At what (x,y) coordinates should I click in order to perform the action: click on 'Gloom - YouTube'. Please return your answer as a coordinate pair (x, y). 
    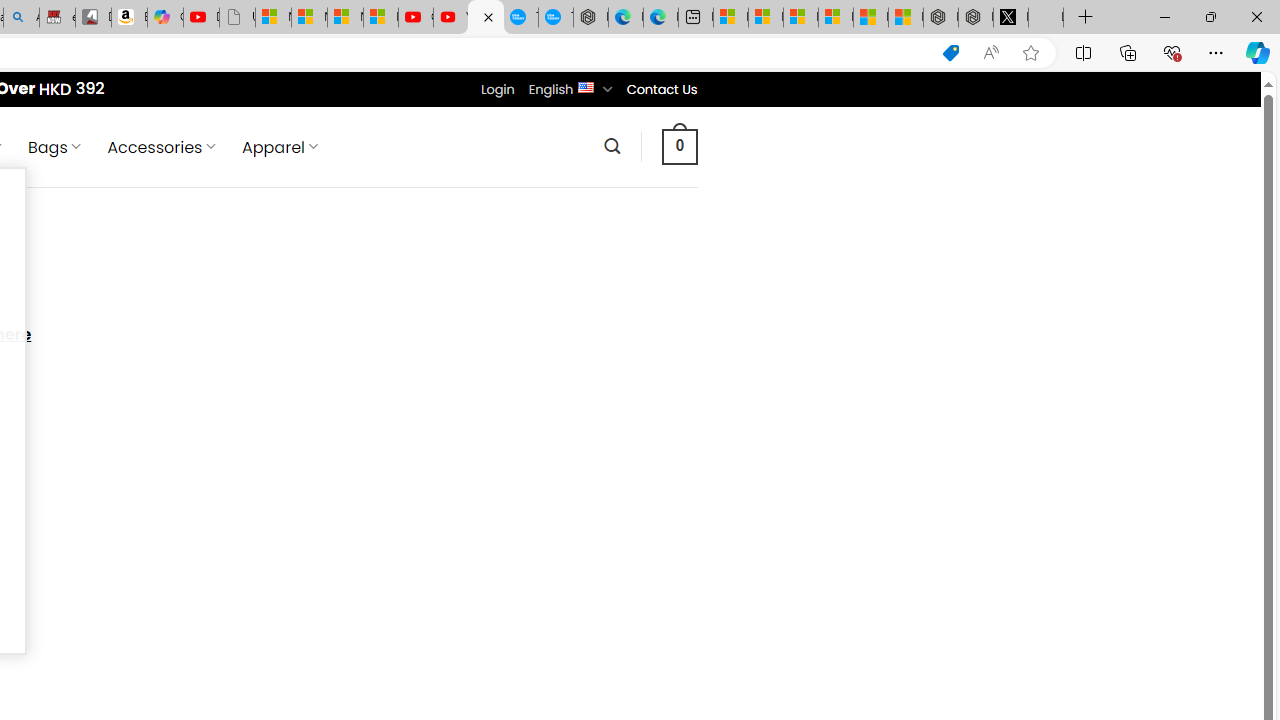
    Looking at the image, I should click on (415, 17).